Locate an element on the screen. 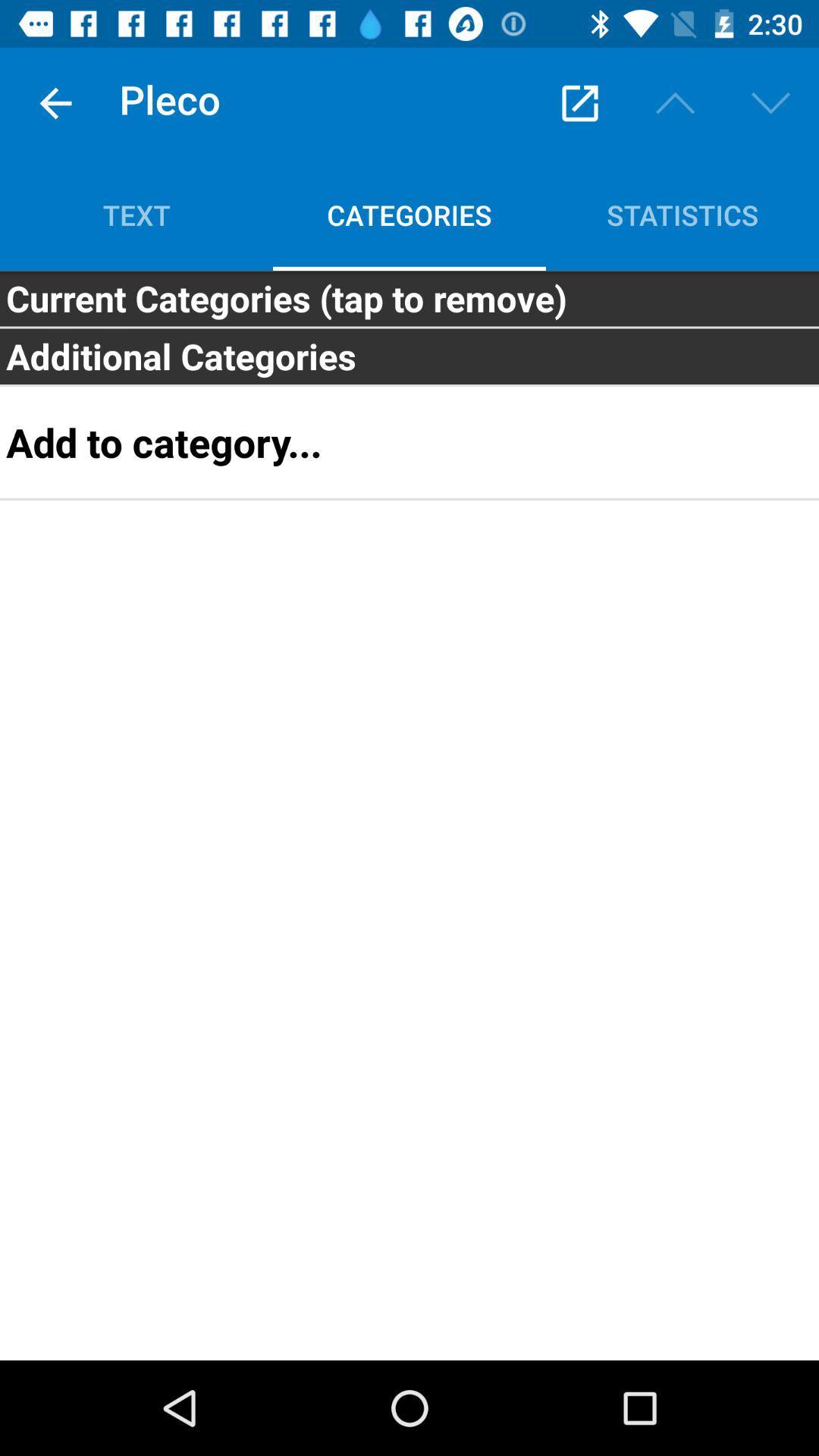  item above categories icon is located at coordinates (579, 102).